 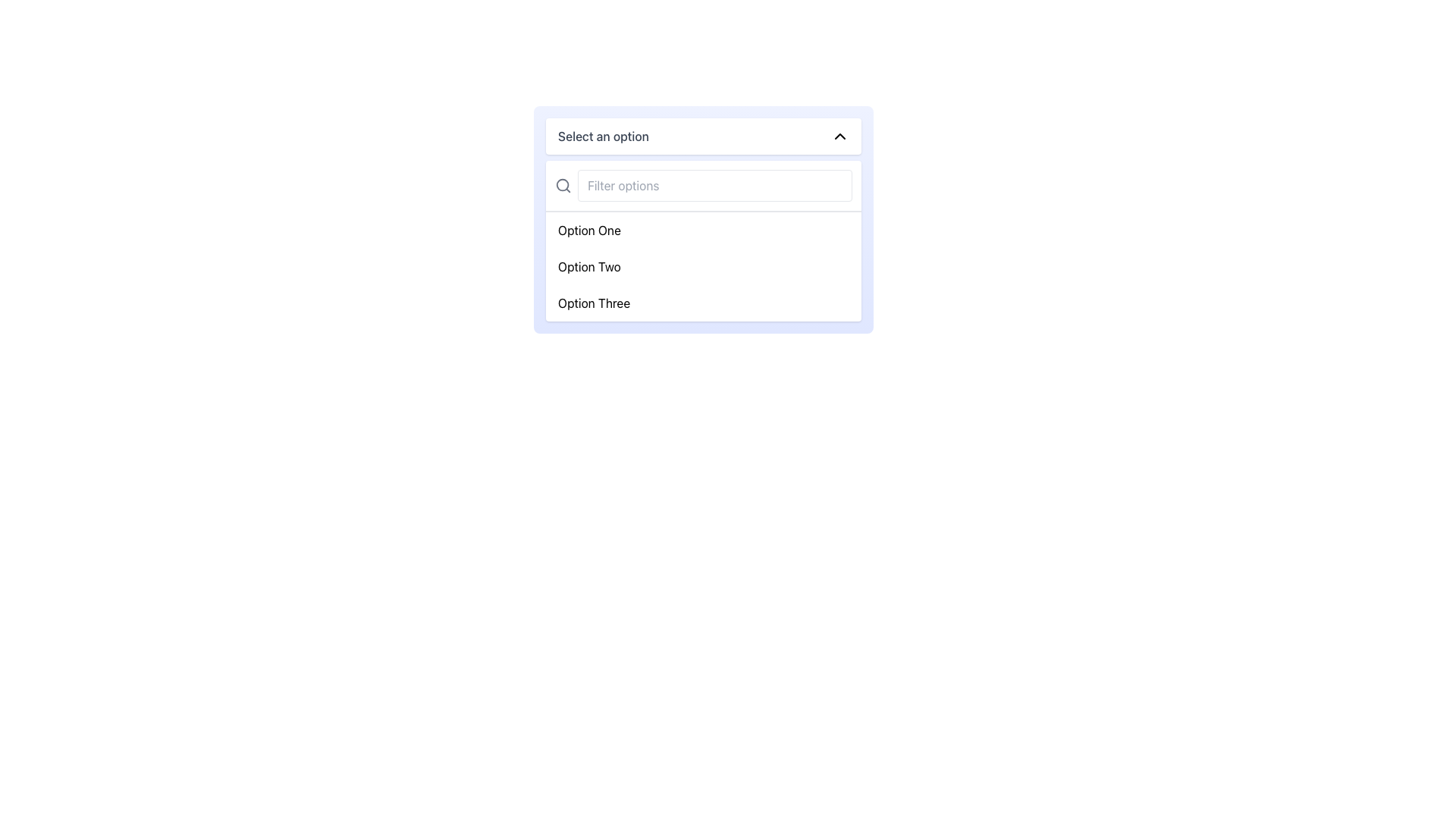 What do you see at coordinates (593, 303) in the screenshot?
I see `the text label representing the third option` at bounding box center [593, 303].